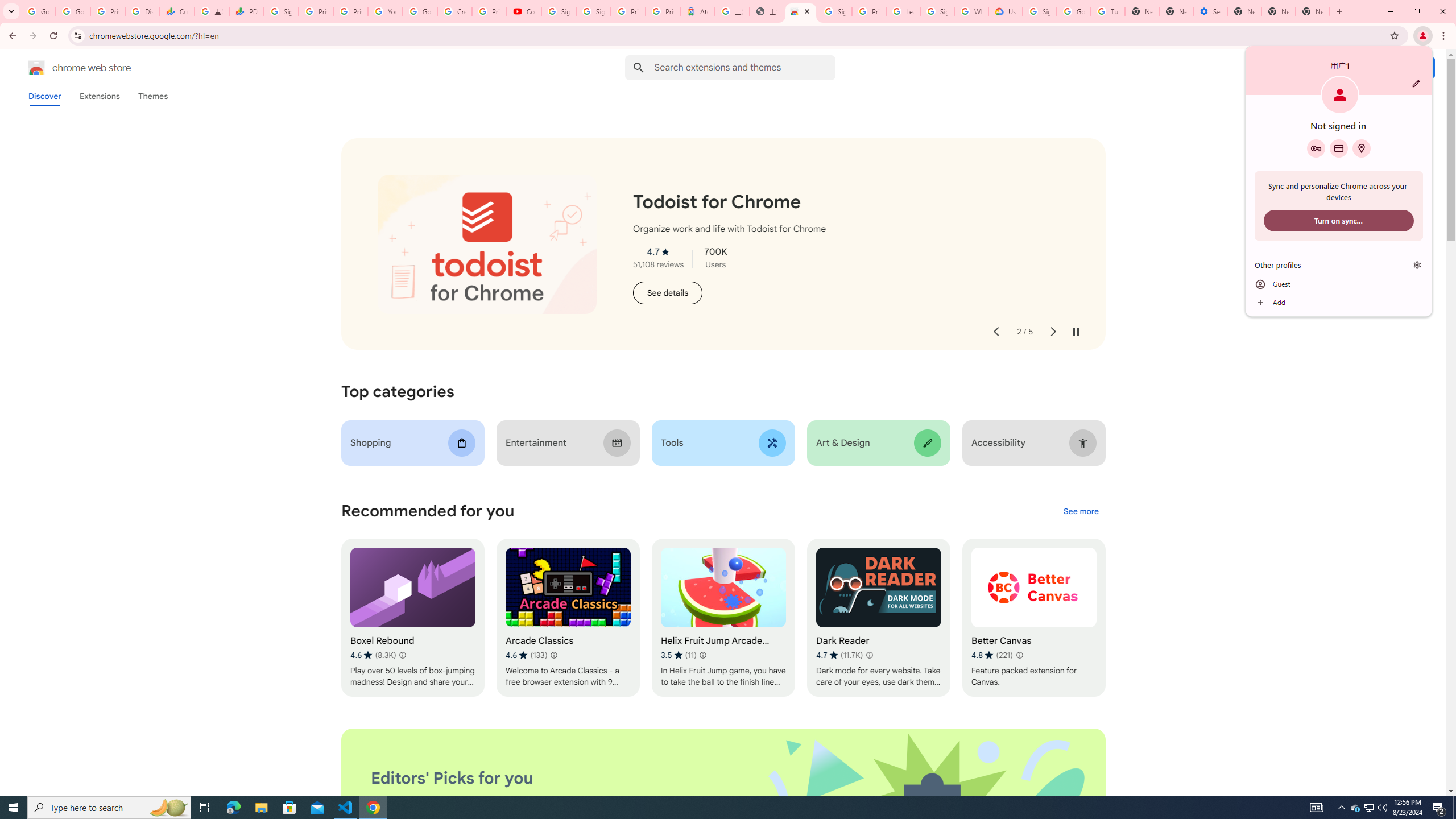  Describe the element at coordinates (1019, 655) in the screenshot. I see `'Learn more about results and reviews "Better Canvas"'` at that location.